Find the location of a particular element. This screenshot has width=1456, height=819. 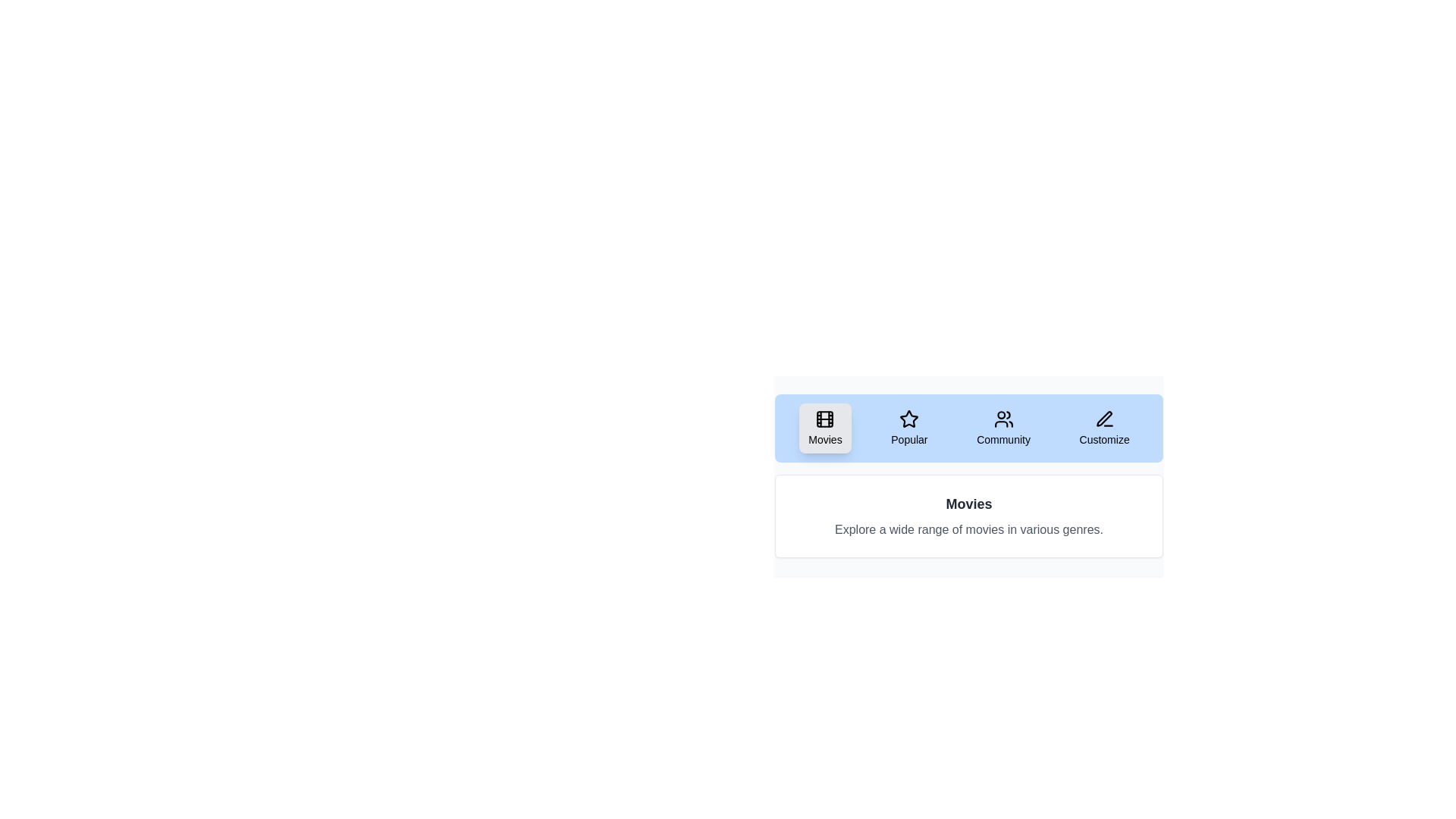

the tab labeled Popular to switch the displayed content is located at coordinates (909, 428).